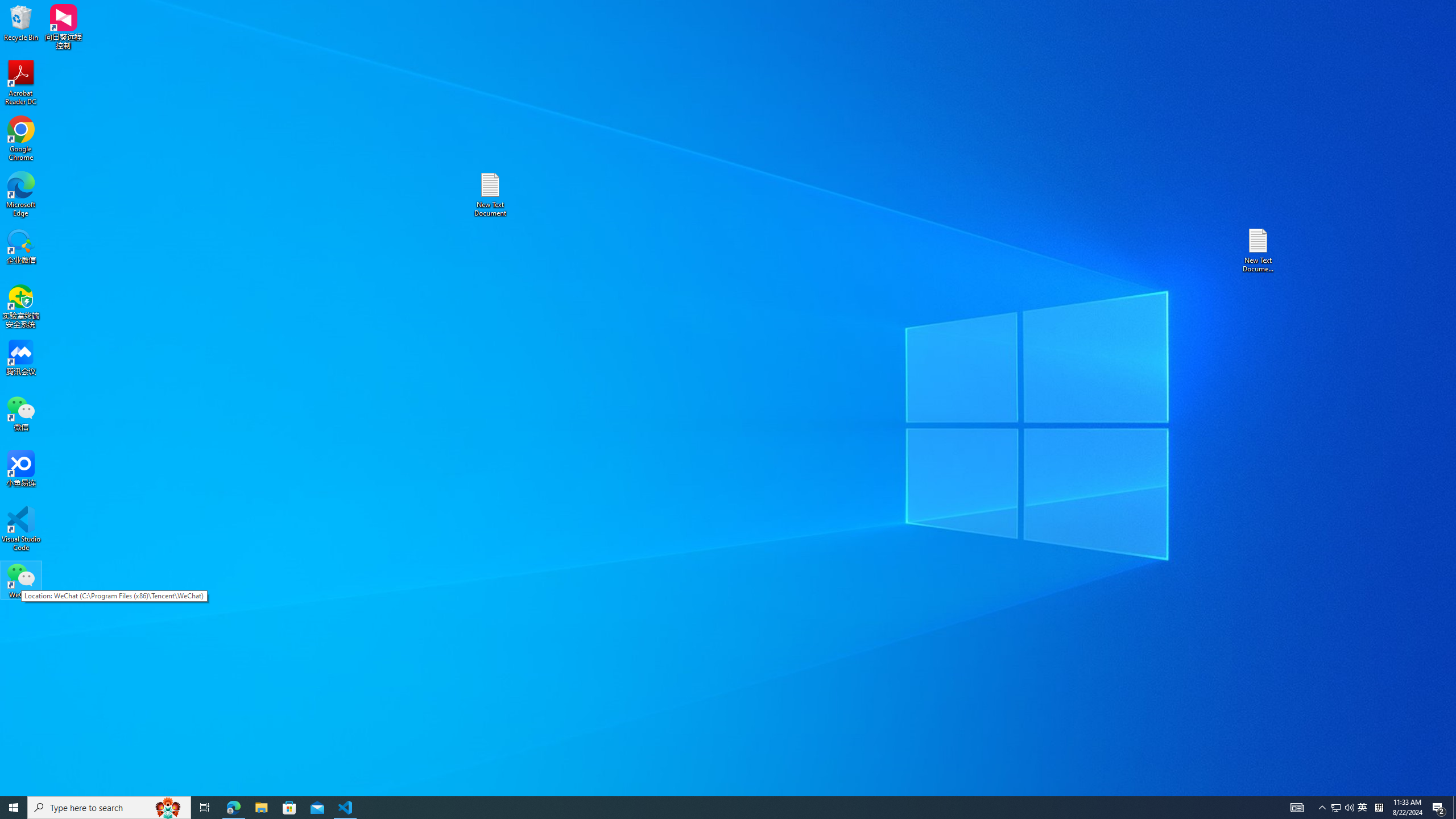 This screenshot has width=1456, height=819. What do you see at coordinates (1322, 806) in the screenshot?
I see `'AutomationID: 4105'` at bounding box center [1322, 806].